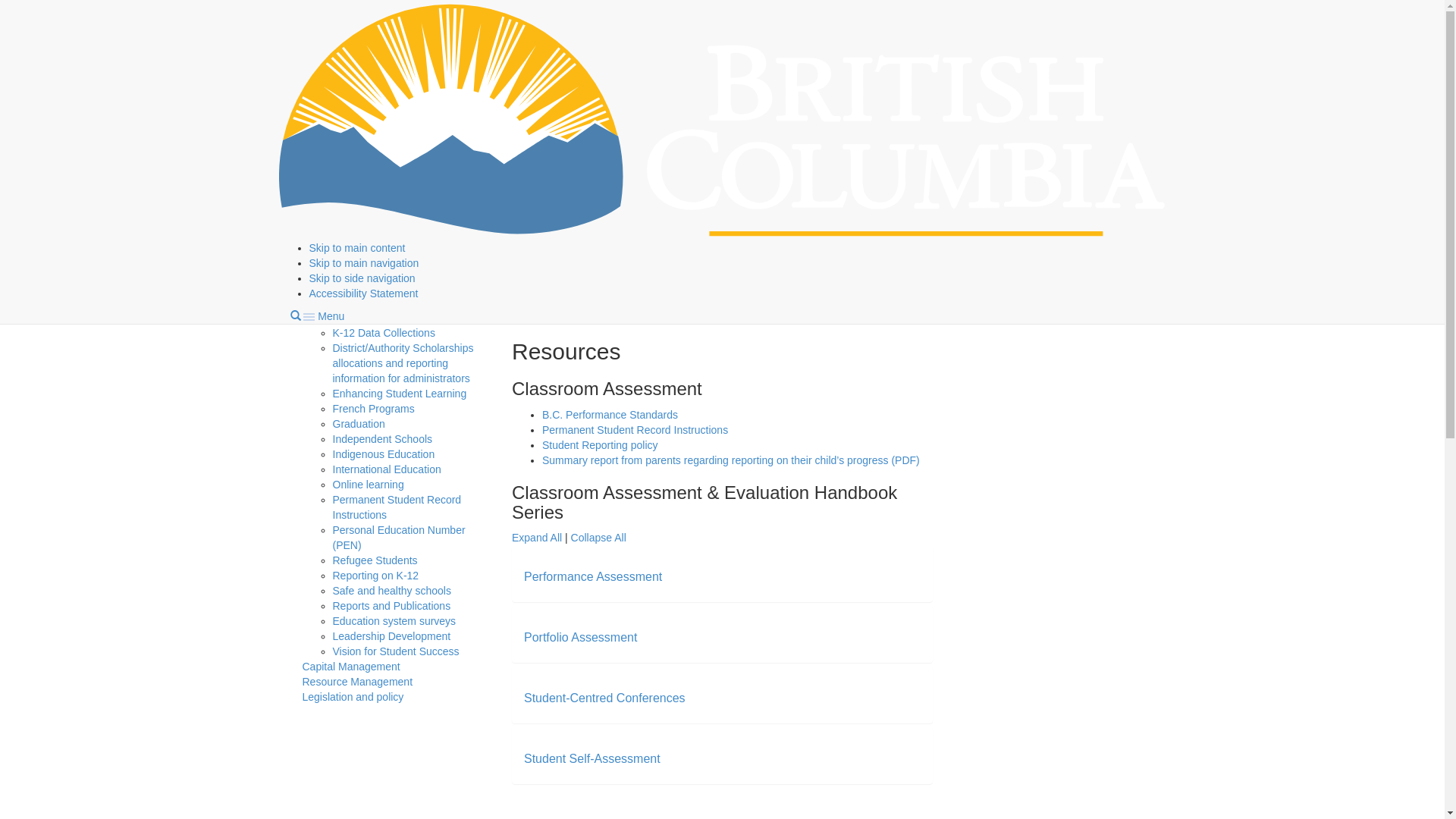 Image resolution: width=1456 pixels, height=819 pixels. I want to click on 'Student Reporting policy', so click(599, 444).